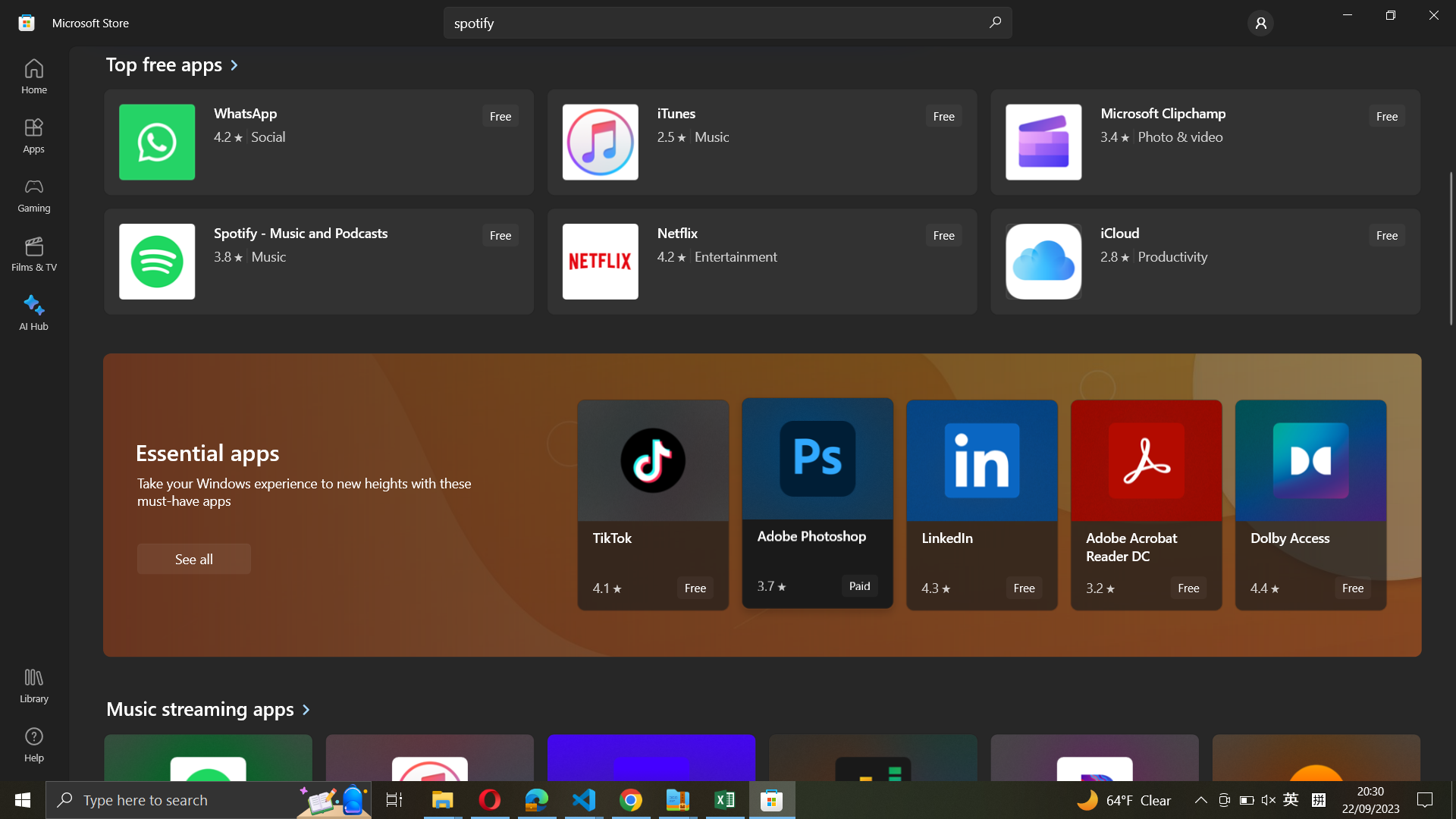 This screenshot has height=819, width=1456. I want to click on the Top Free Apps option, so click(173, 66).